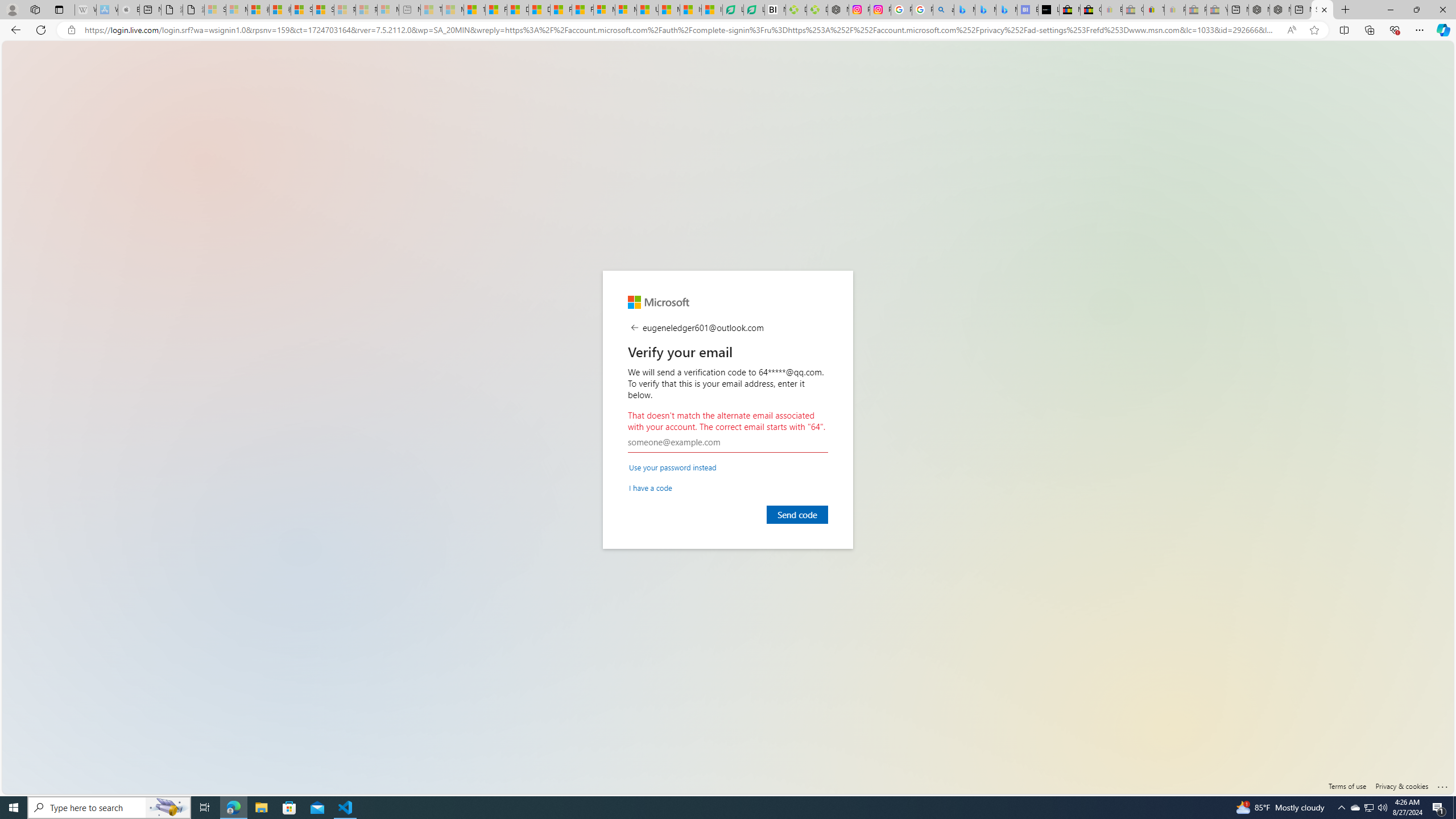 This screenshot has width=1456, height=819. Describe the element at coordinates (944, 9) in the screenshot. I see `'alabama high school quarterback dies - Search'` at that location.